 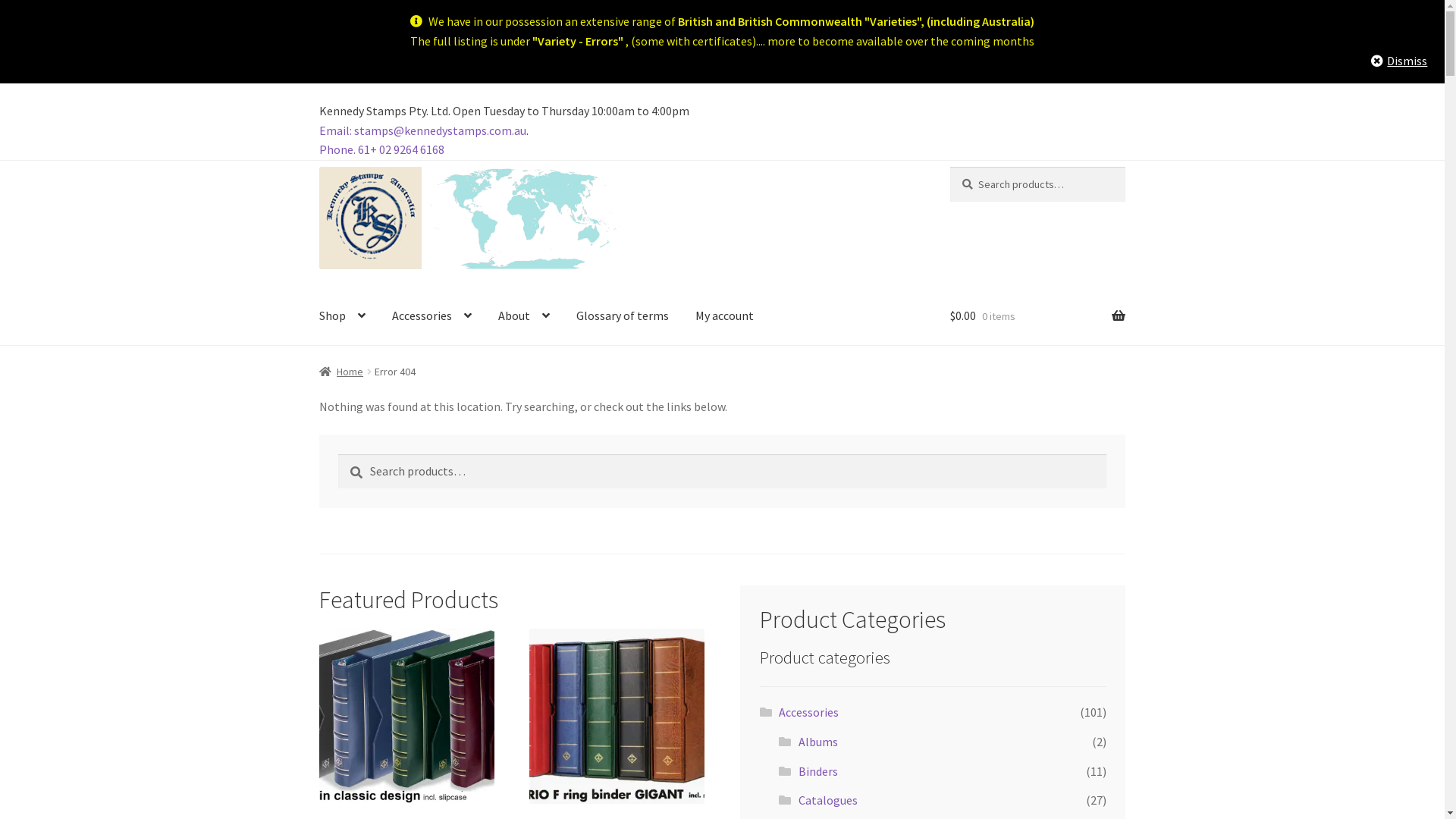 What do you see at coordinates (827, 799) in the screenshot?
I see `'Catalogues'` at bounding box center [827, 799].